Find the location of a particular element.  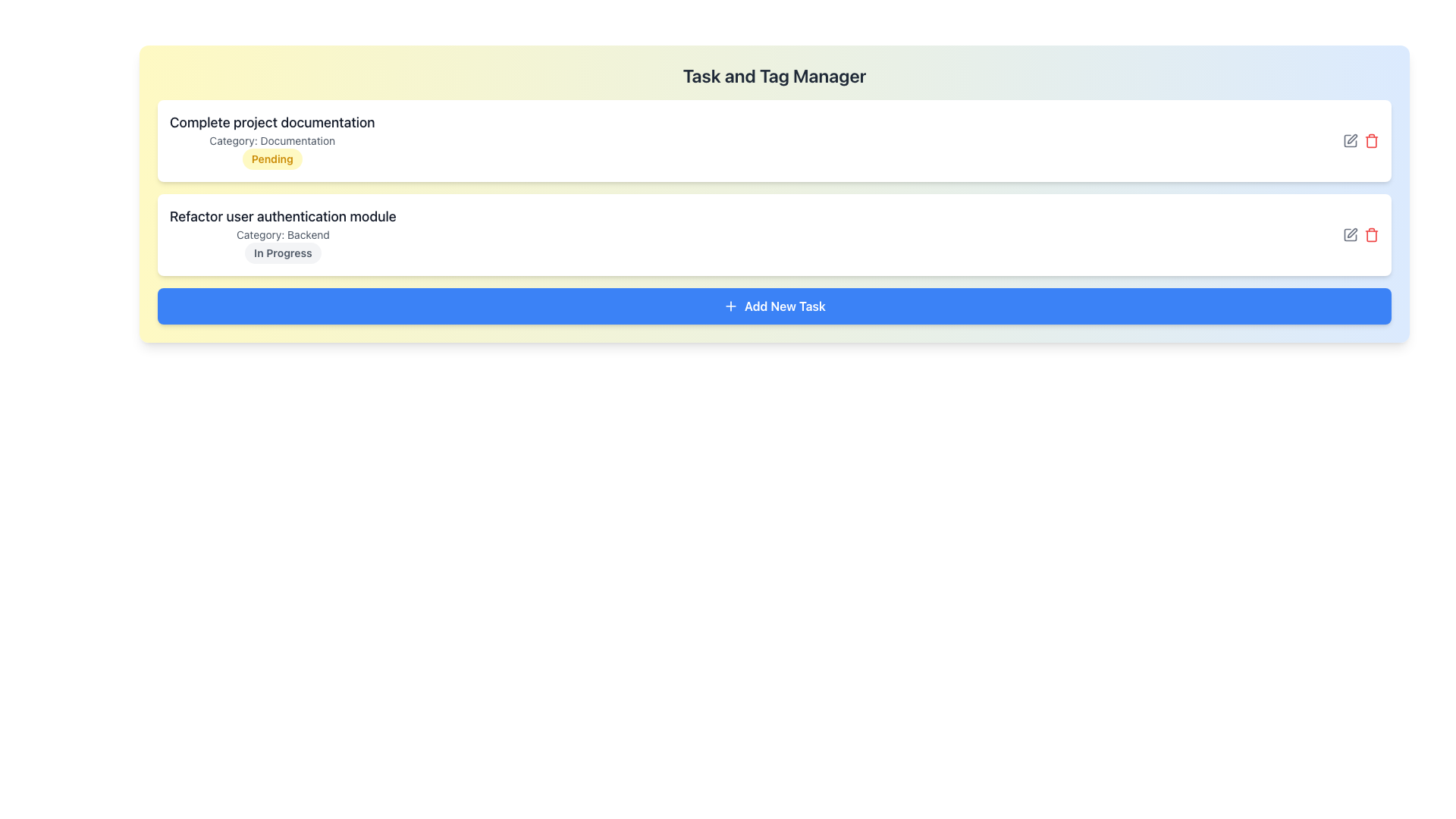

the red trash bin icon located to the far right of the second task in the list to observe the color change effect is located at coordinates (1372, 234).